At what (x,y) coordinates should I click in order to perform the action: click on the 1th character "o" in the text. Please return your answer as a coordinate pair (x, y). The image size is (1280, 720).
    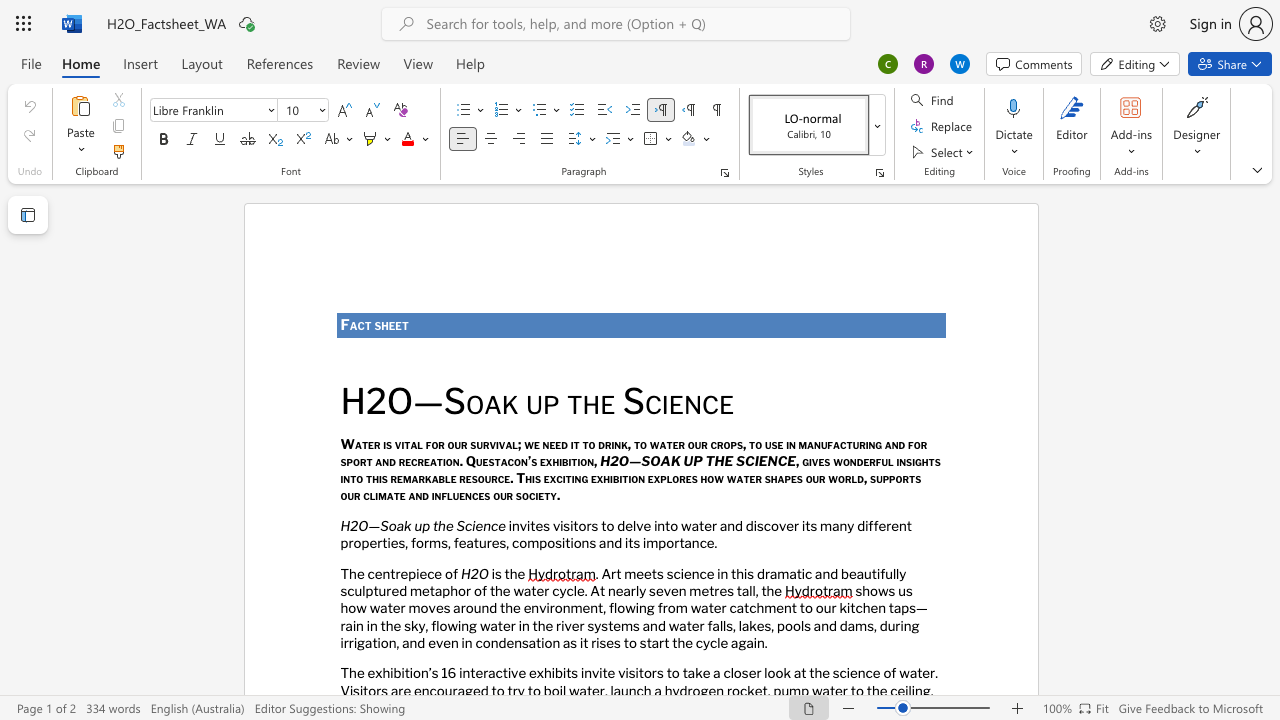
    Looking at the image, I should click on (442, 624).